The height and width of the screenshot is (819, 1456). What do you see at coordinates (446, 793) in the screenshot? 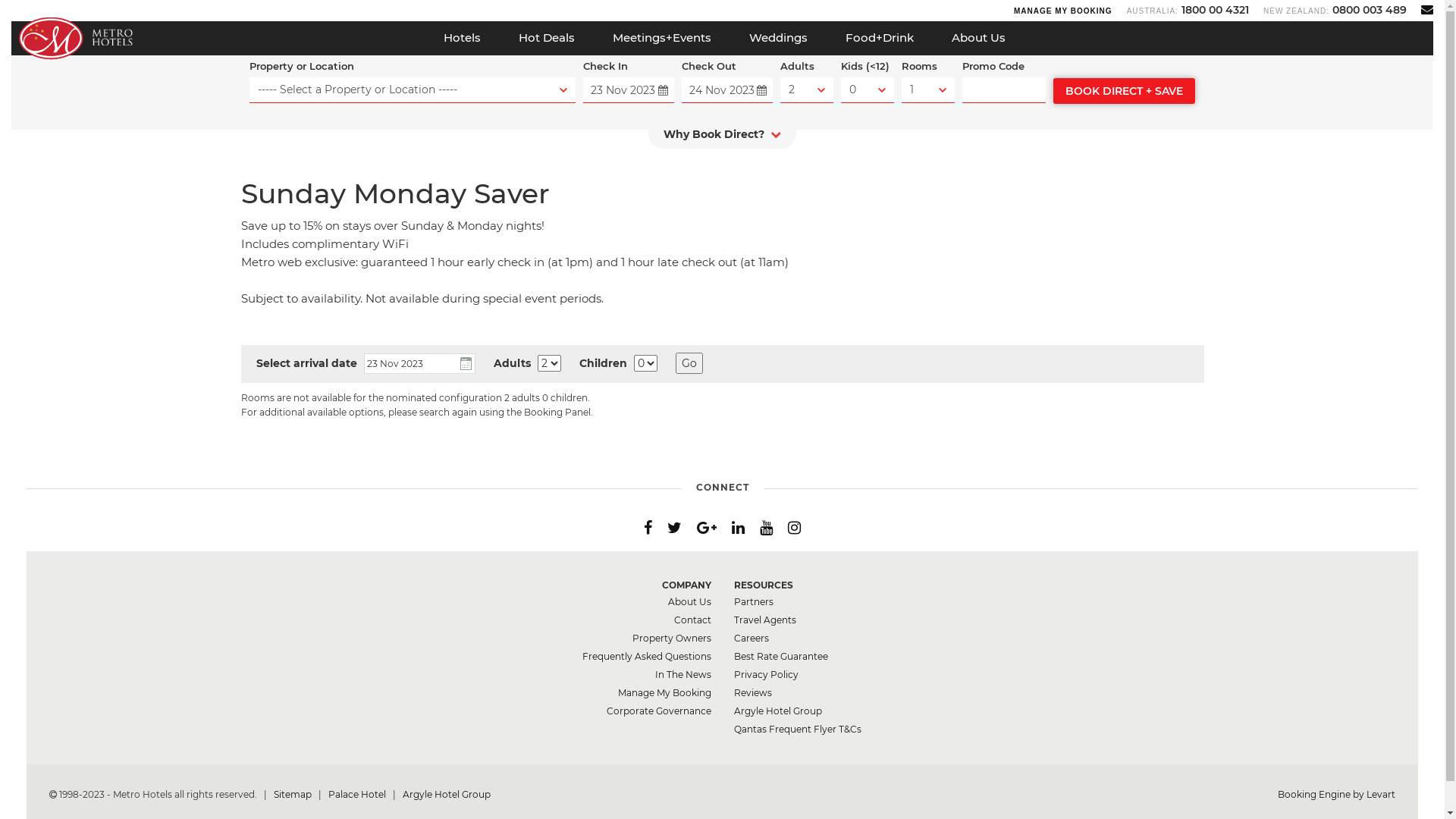
I see `'Argyle Hotel Group'` at bounding box center [446, 793].